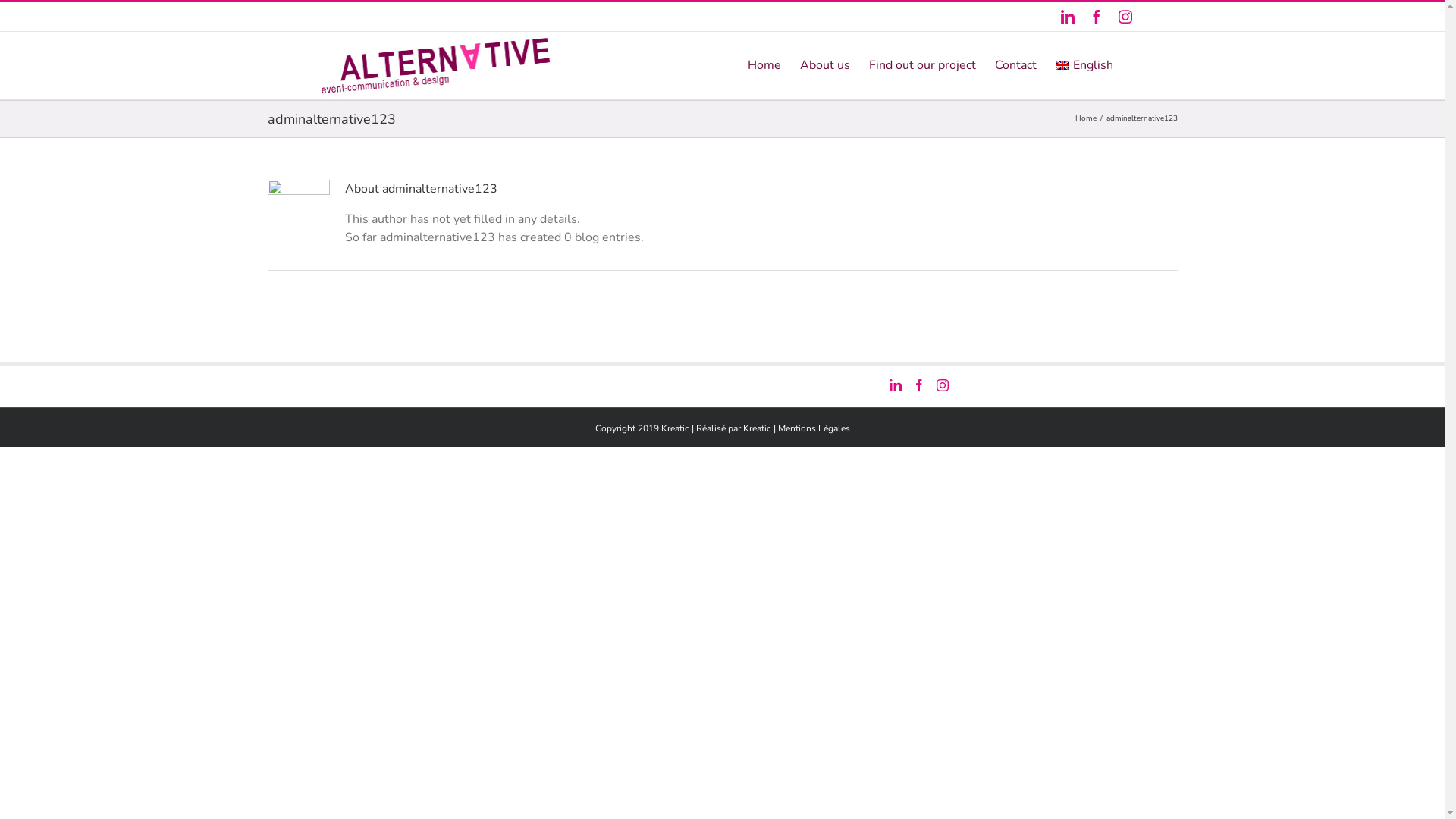 This screenshot has height=819, width=1456. I want to click on 'Facebook', so click(1095, 17).